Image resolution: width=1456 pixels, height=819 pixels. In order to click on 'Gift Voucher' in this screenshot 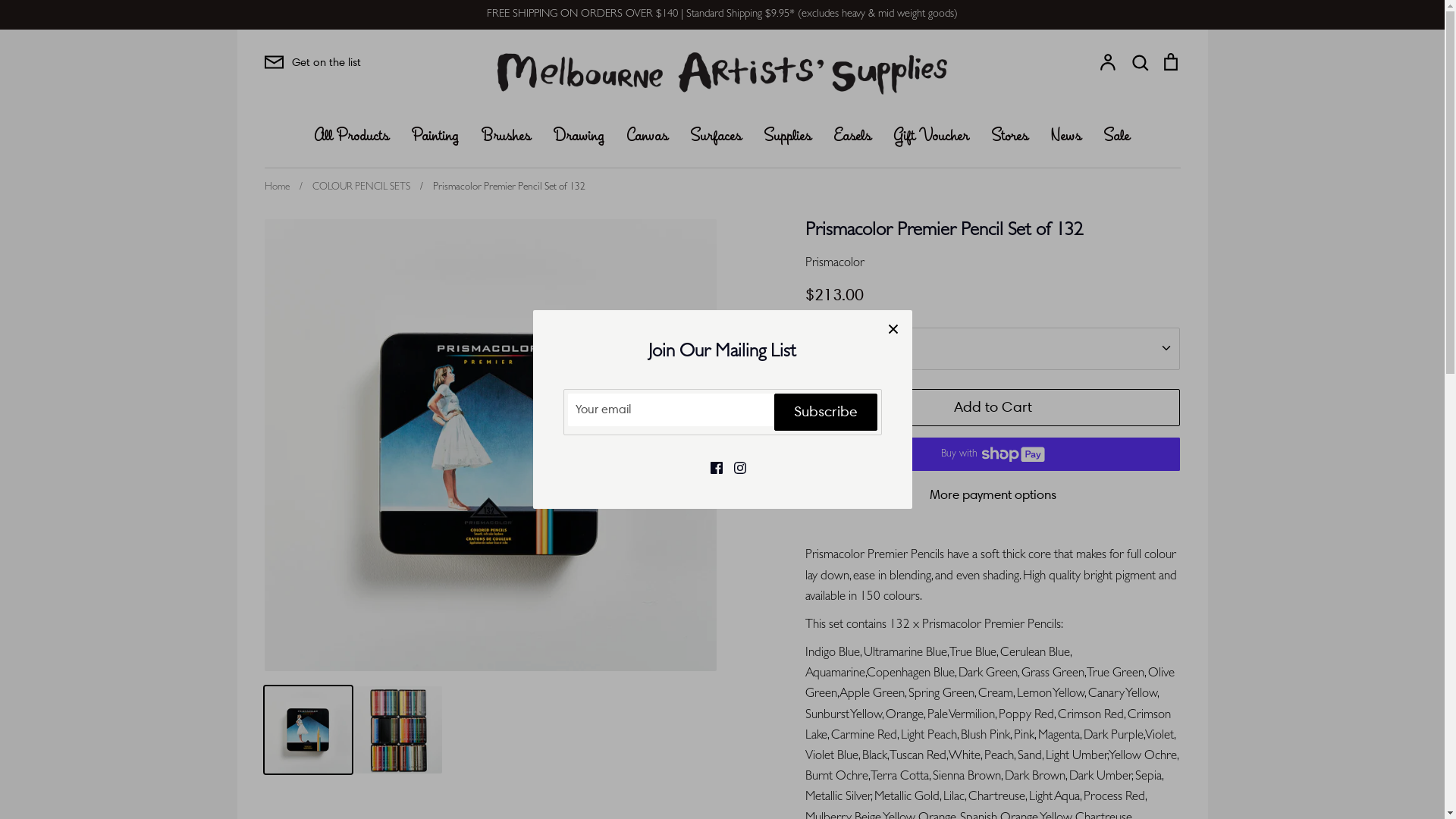, I will do `click(894, 136)`.